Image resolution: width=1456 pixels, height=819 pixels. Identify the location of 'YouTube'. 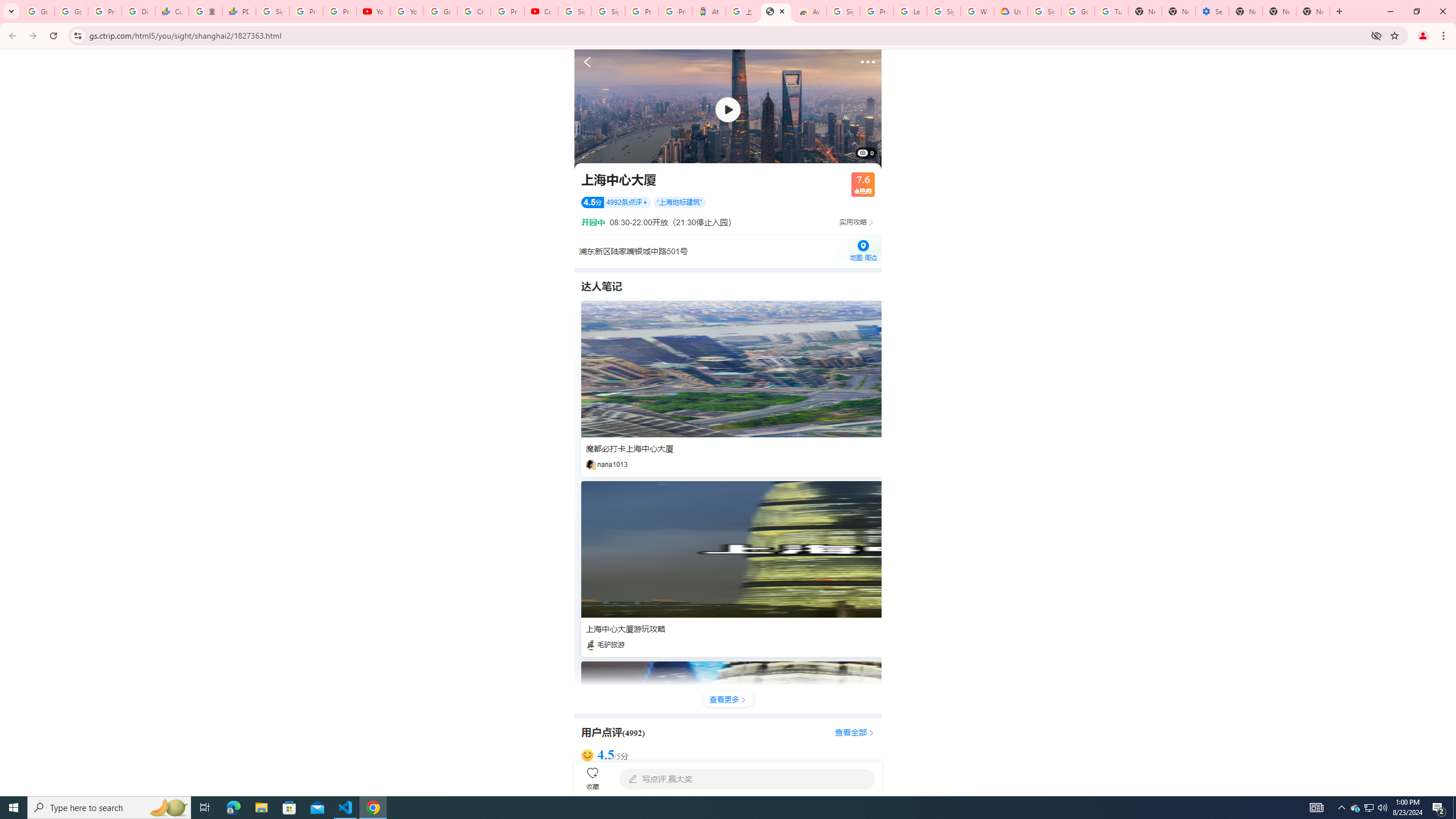
(406, 11).